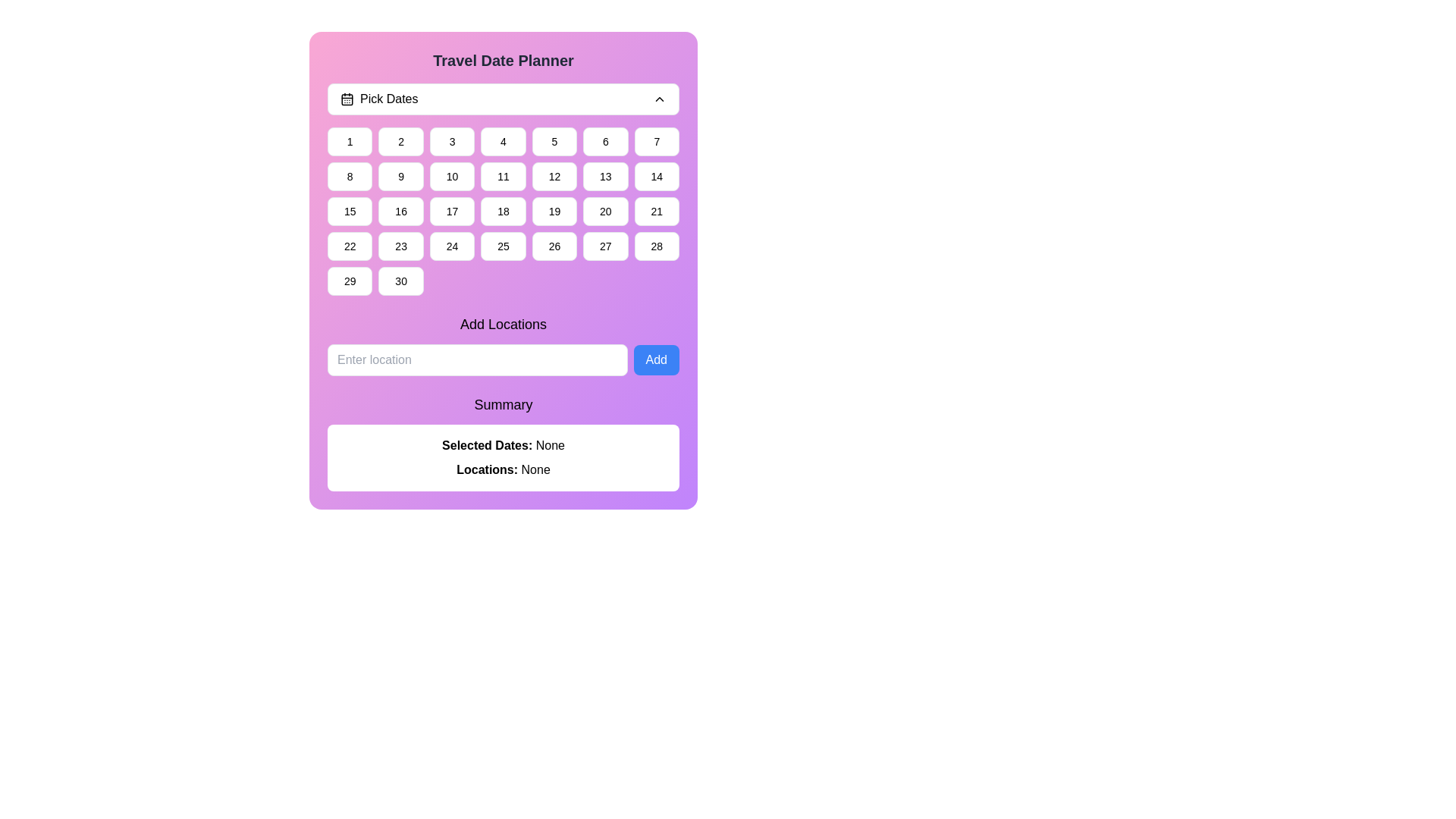  Describe the element at coordinates (657, 175) in the screenshot. I see `the selectable day button representing the 14th day of the month in the calendar interface` at that location.